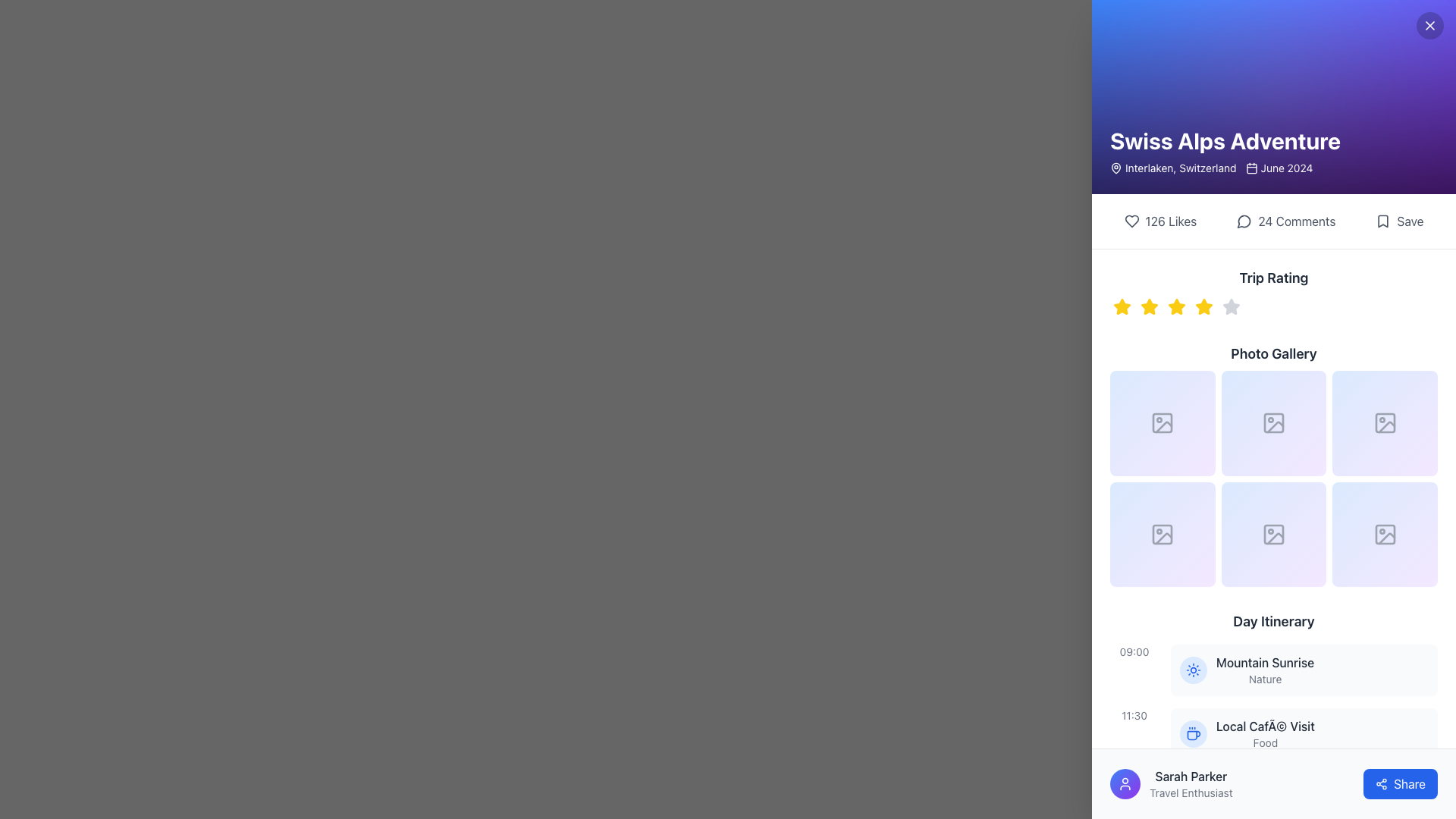 The height and width of the screenshot is (819, 1456). I want to click on the Text Label displaying 'Food', which is a small gray font sub-label under the 'Local Café Visit' title in the 'Day Itinerary' section, so click(1265, 742).